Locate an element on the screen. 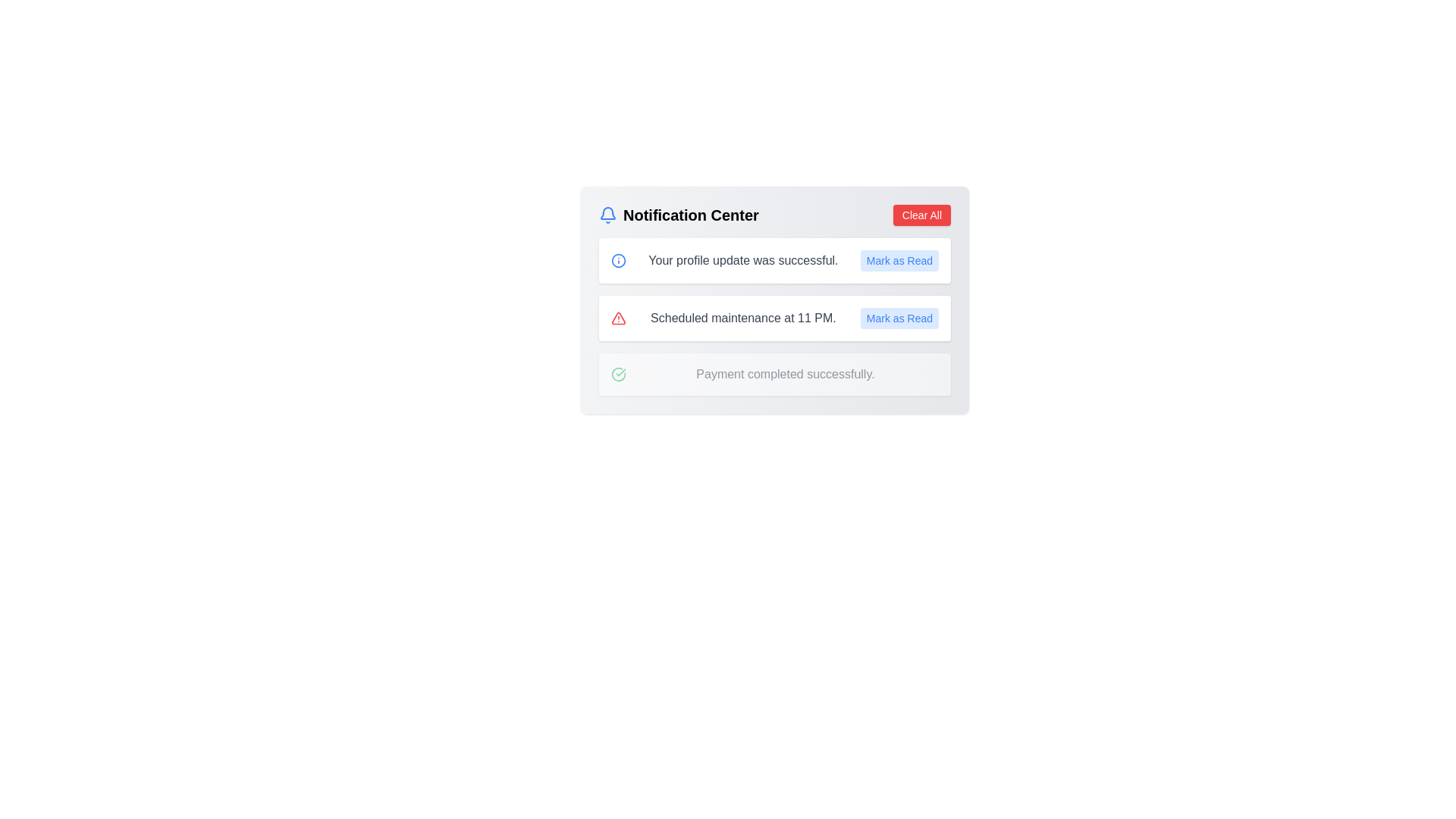 This screenshot has height=819, width=1456. the third informational notification in the Notification Center that indicates a successful payment completion is located at coordinates (775, 374).